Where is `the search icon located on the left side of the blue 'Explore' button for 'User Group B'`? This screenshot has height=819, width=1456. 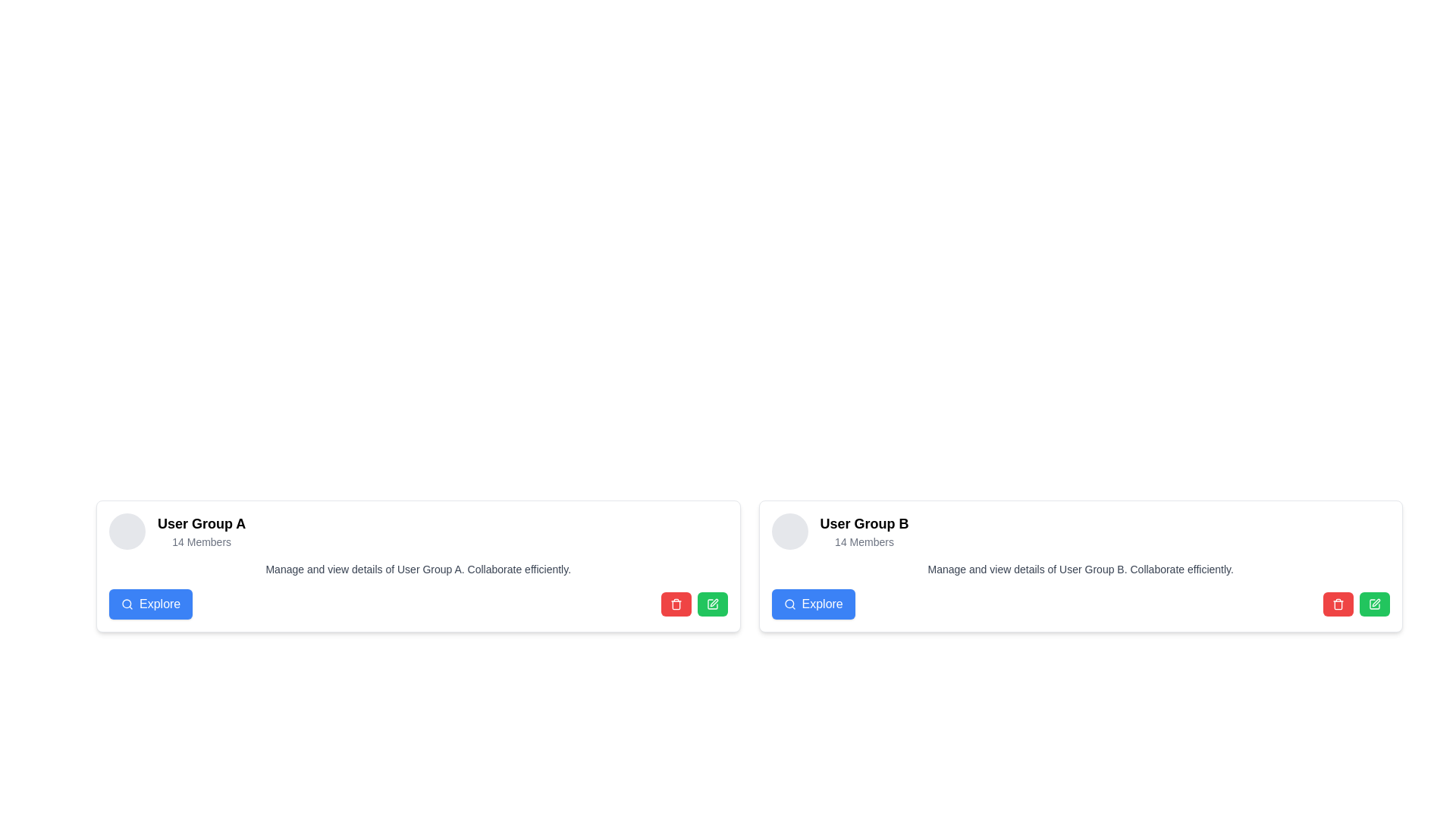 the search icon located on the left side of the blue 'Explore' button for 'User Group B' is located at coordinates (789, 604).